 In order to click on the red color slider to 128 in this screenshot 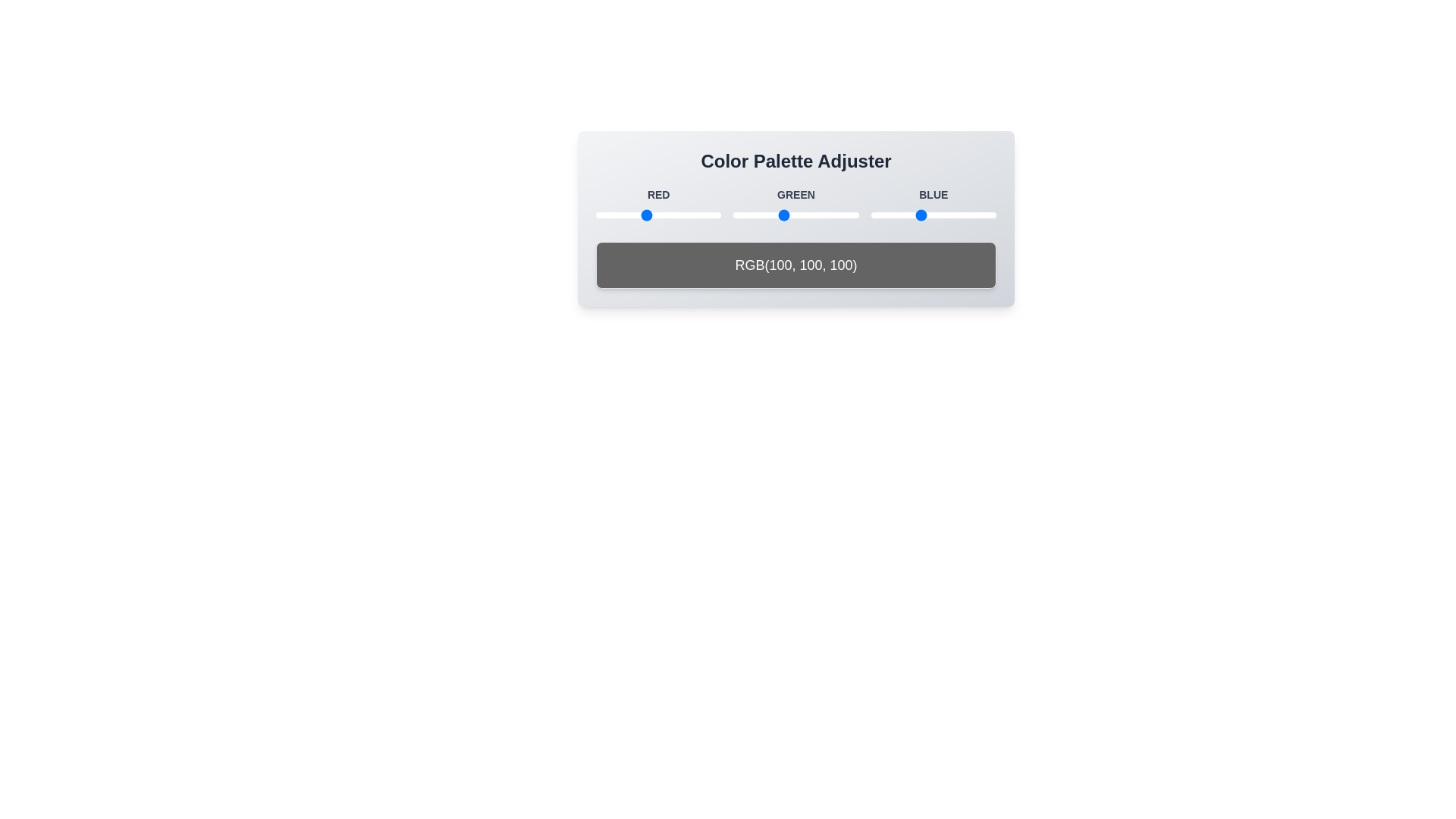, I will do `click(658, 215)`.